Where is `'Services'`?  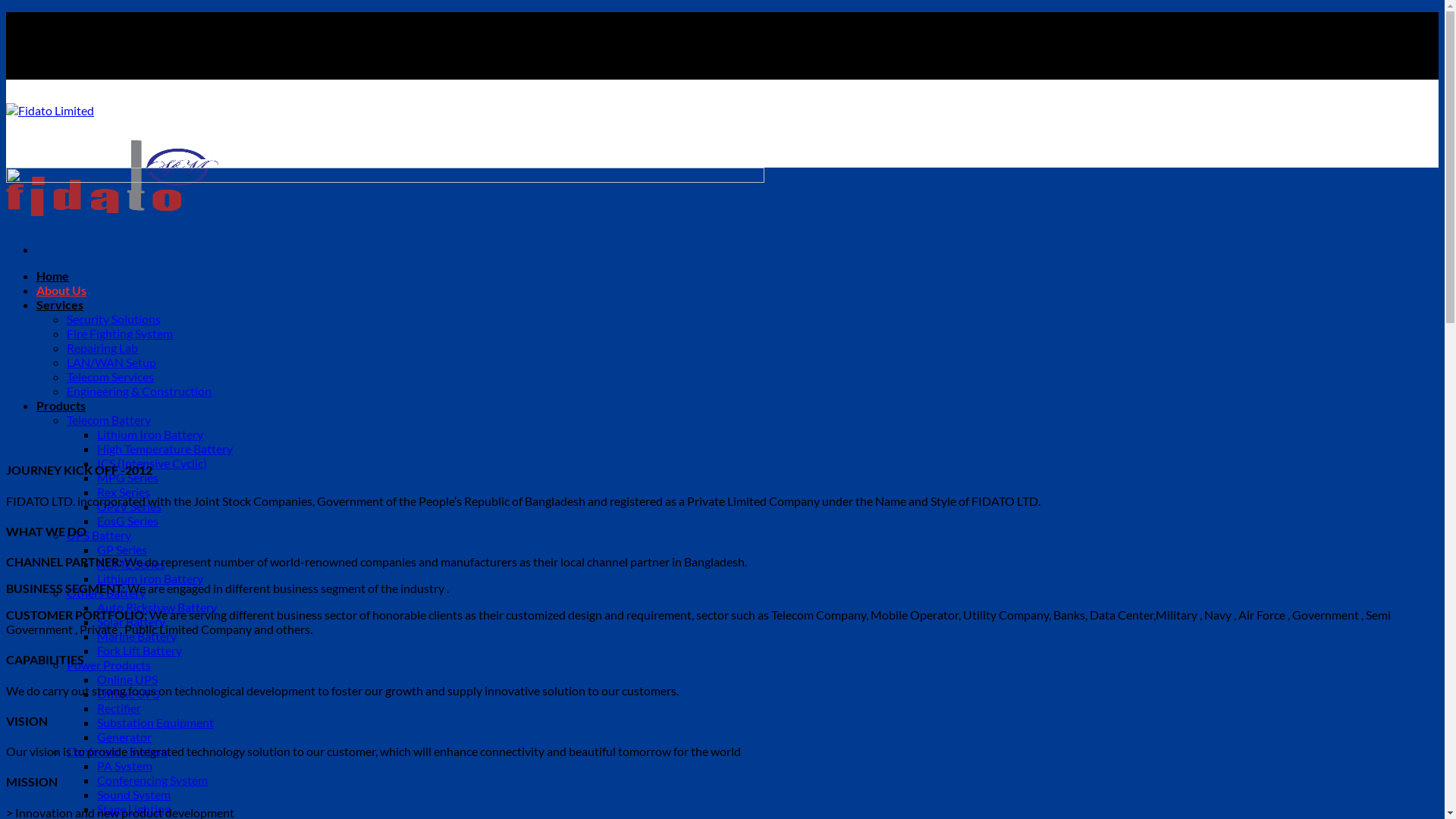
'Services' is located at coordinates (59, 304).